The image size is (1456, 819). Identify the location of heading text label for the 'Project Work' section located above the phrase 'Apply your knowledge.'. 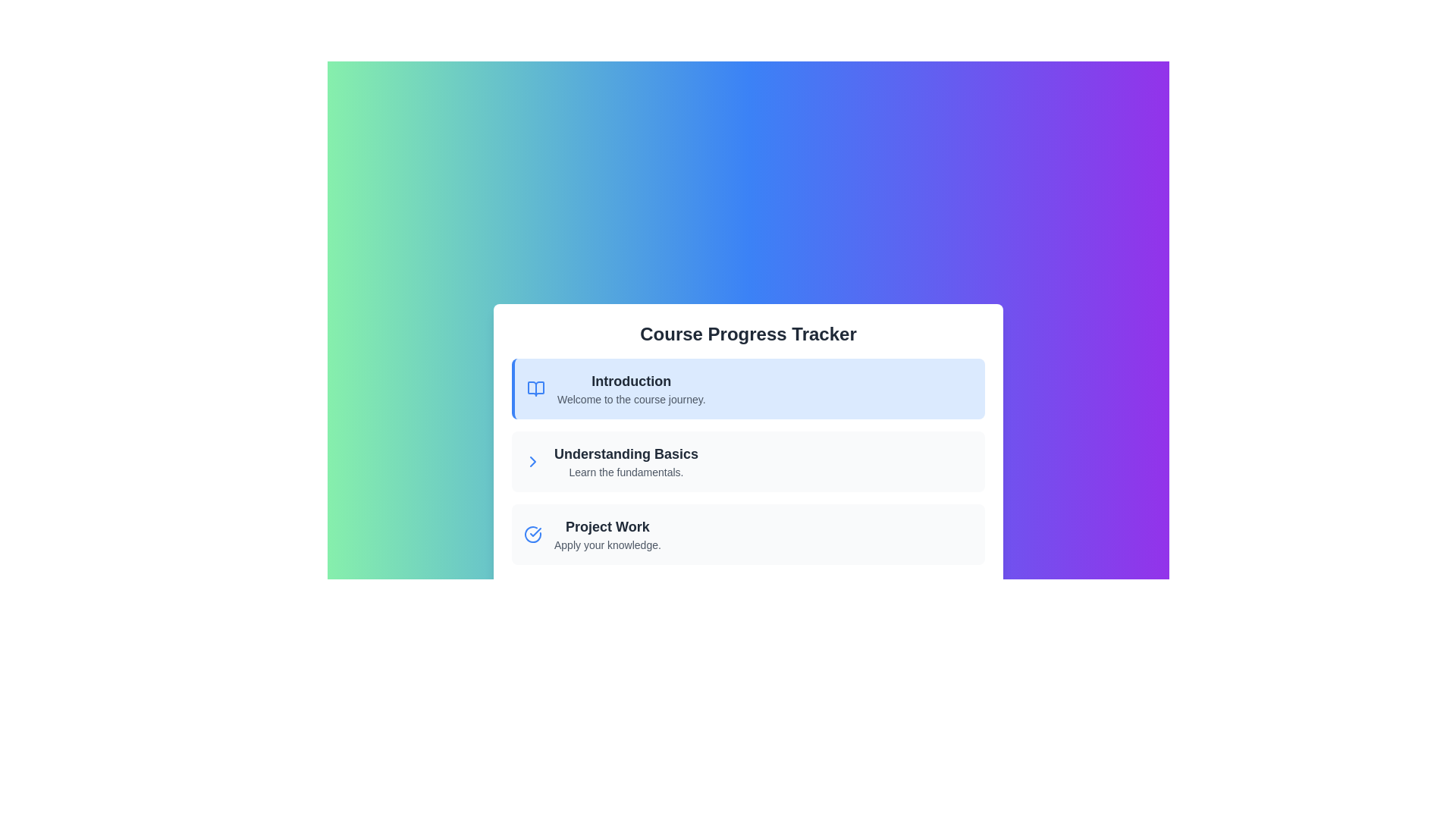
(607, 526).